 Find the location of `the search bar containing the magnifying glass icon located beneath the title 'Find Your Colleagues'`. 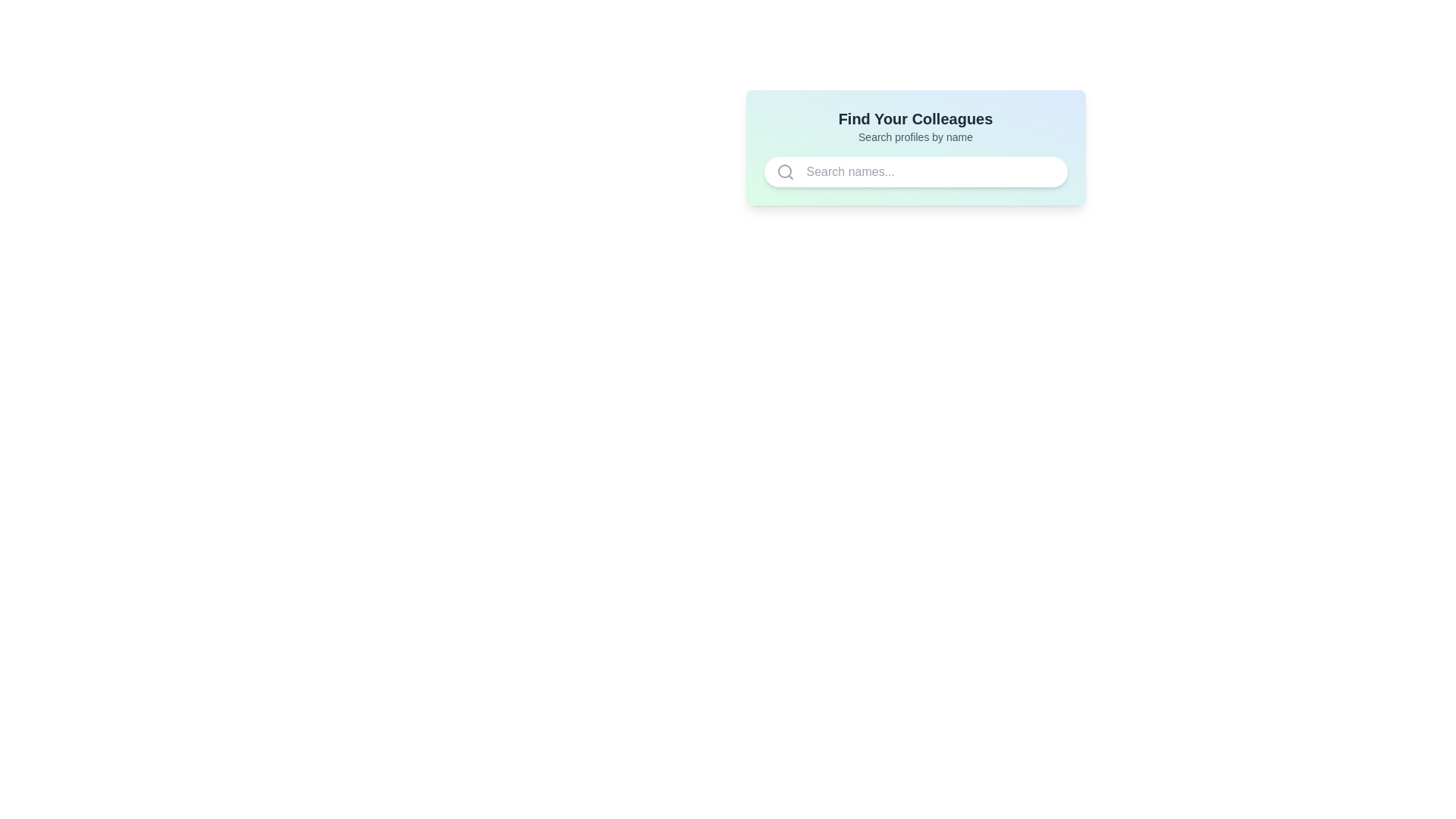

the search bar containing the magnifying glass icon located beneath the title 'Find Your Colleagues' is located at coordinates (784, 171).